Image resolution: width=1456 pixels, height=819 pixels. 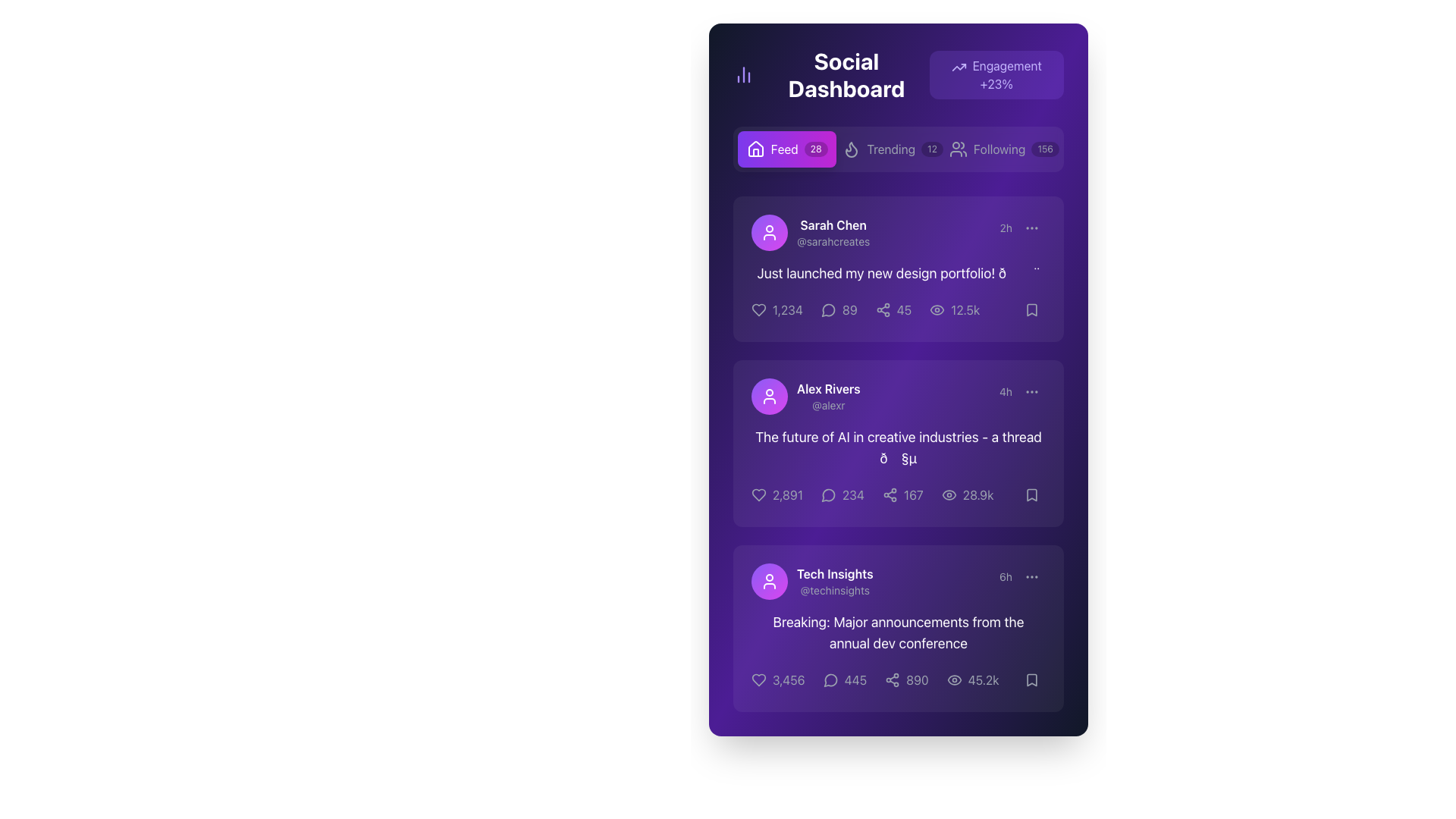 What do you see at coordinates (875, 679) in the screenshot?
I see `the fourth interactive button with a counter, located centrally at the bottom of the card` at bounding box center [875, 679].